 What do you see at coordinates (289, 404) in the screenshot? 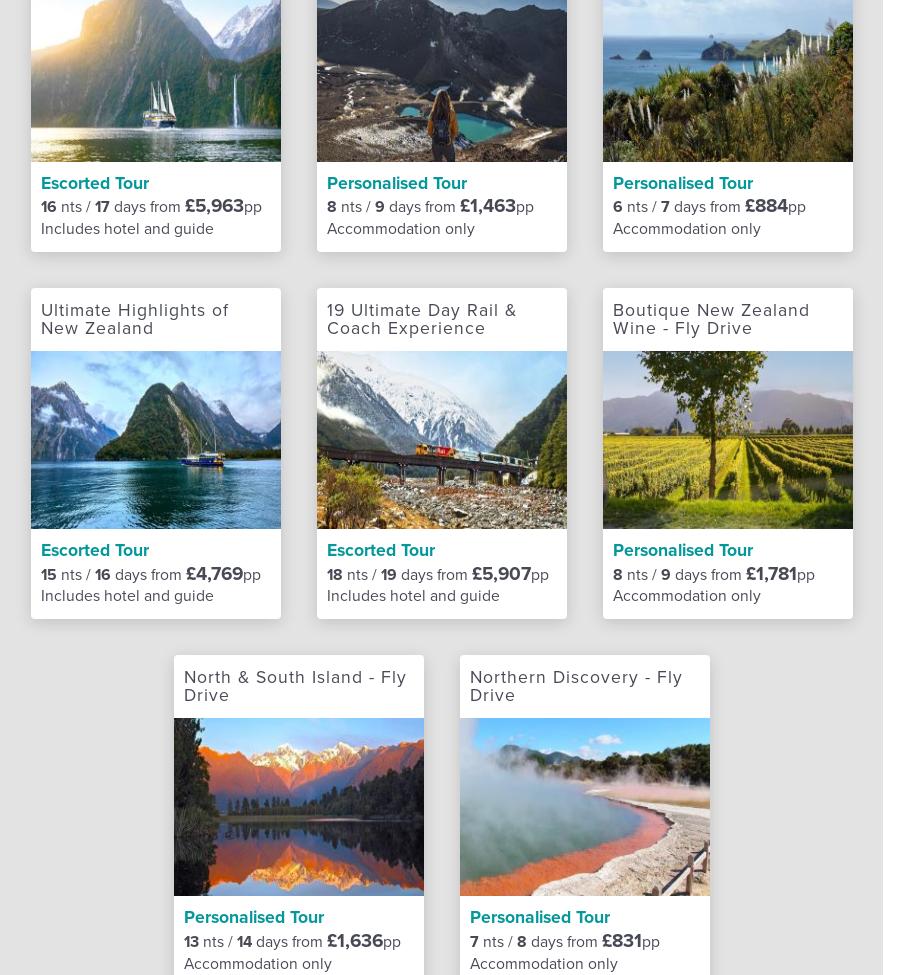
I see `'Airport lounges'` at bounding box center [289, 404].